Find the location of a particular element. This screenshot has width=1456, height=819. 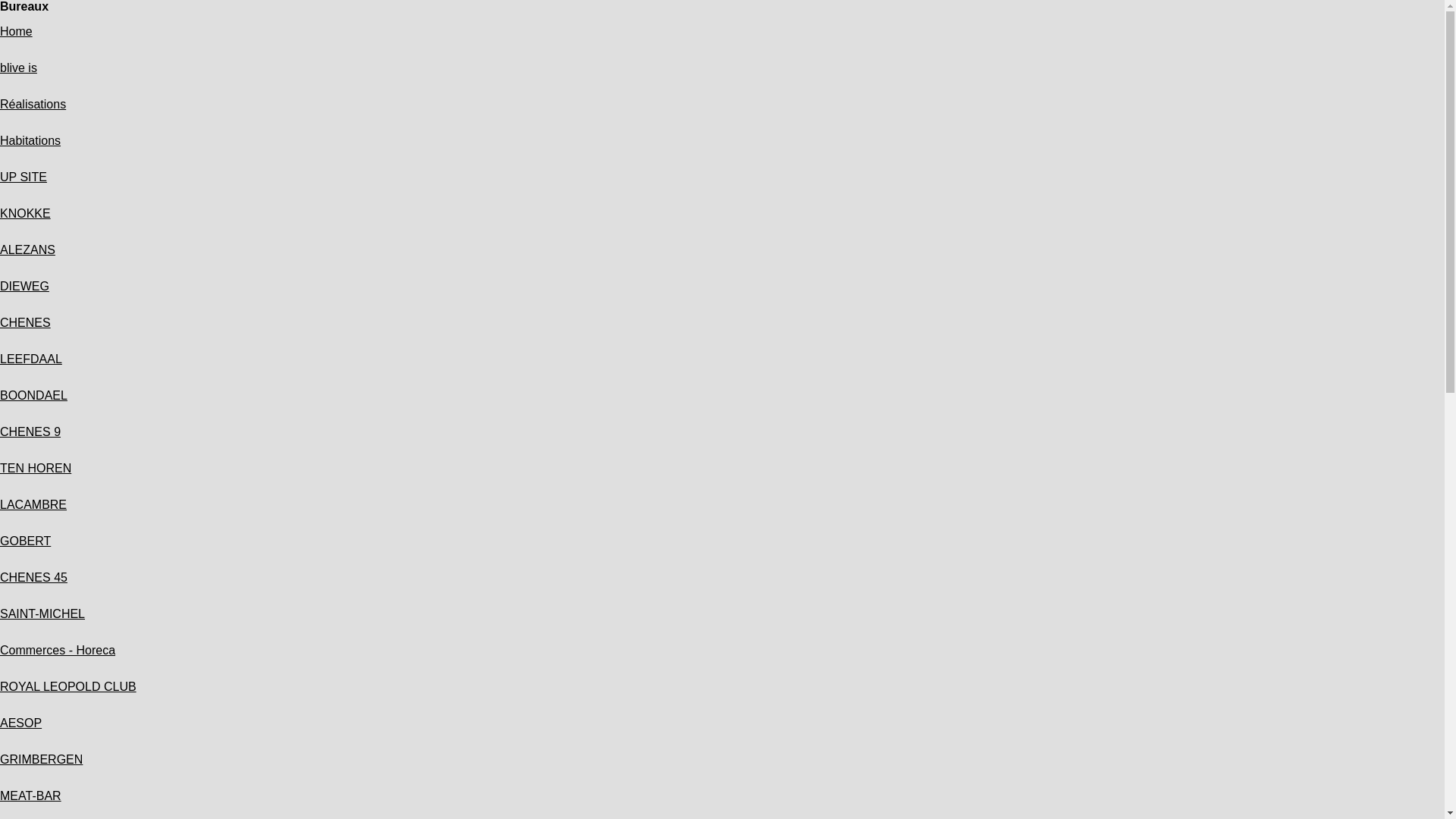

'Home' is located at coordinates (16, 31).